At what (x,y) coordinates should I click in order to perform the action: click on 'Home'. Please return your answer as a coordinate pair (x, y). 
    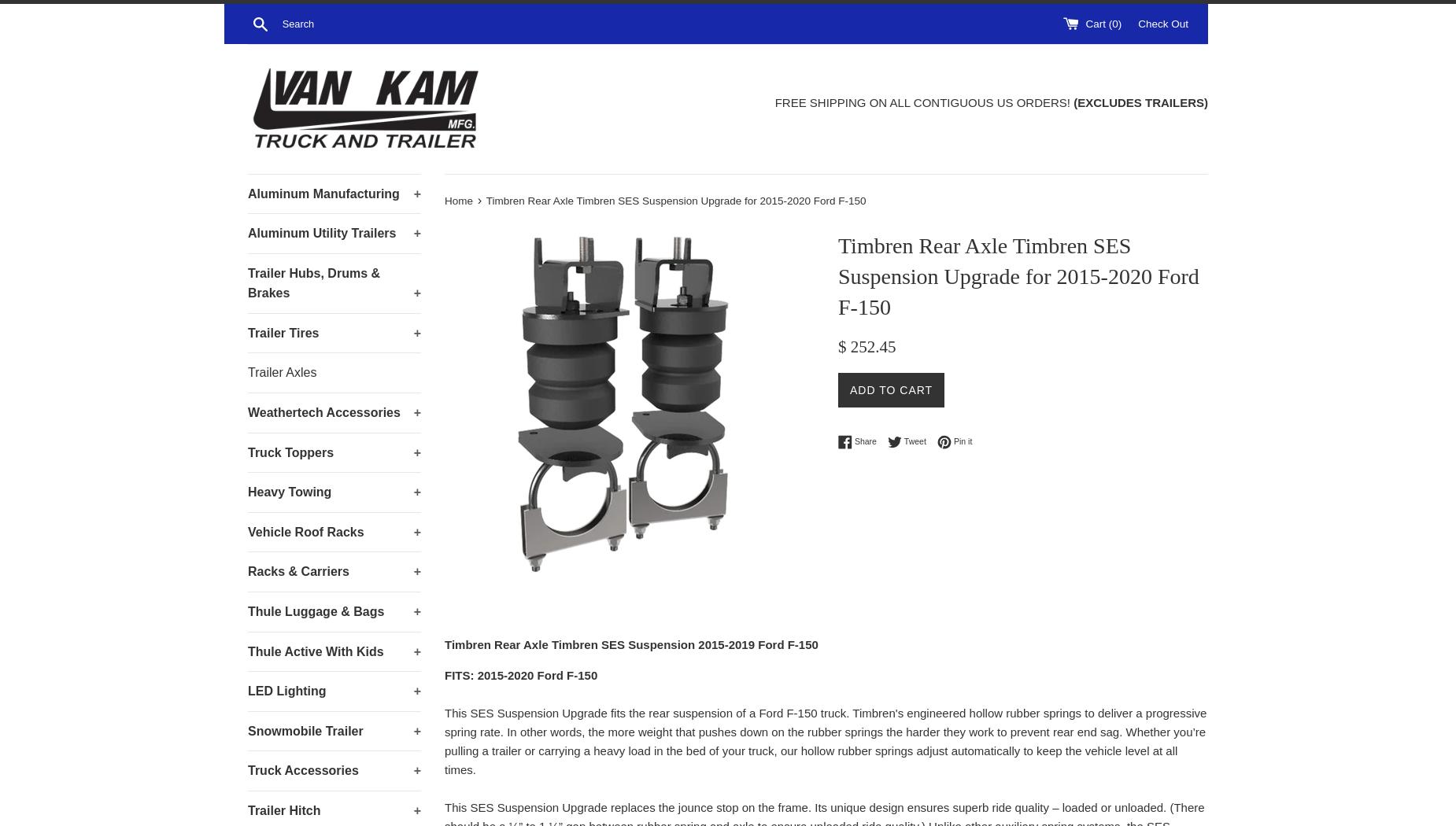
    Looking at the image, I should click on (458, 200).